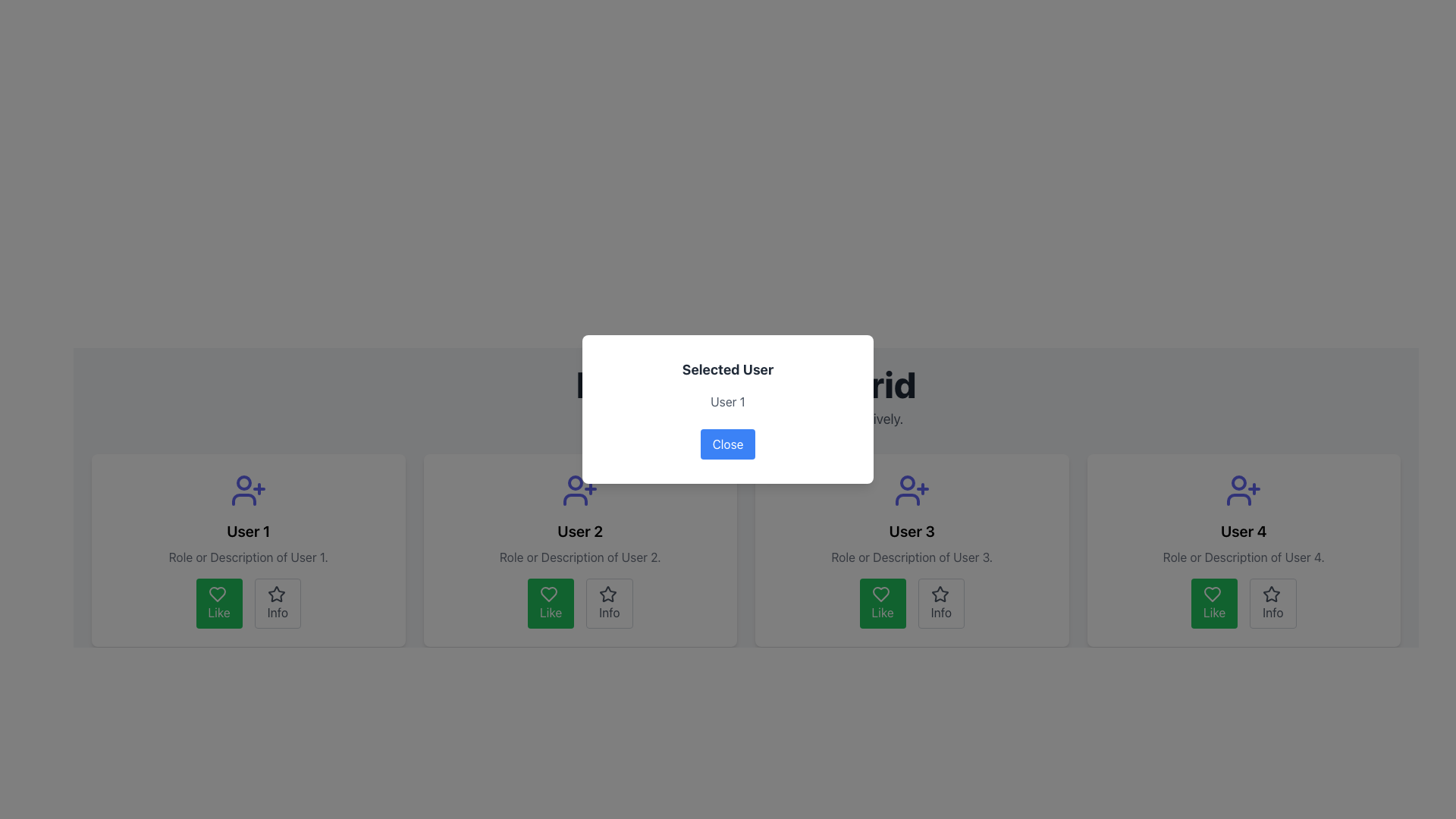  What do you see at coordinates (1271, 593) in the screenshot?
I see `icon that symbolizes the information feature associated with the 'Info' button, located at the bottom-right corner of the 'User 4' card` at bounding box center [1271, 593].